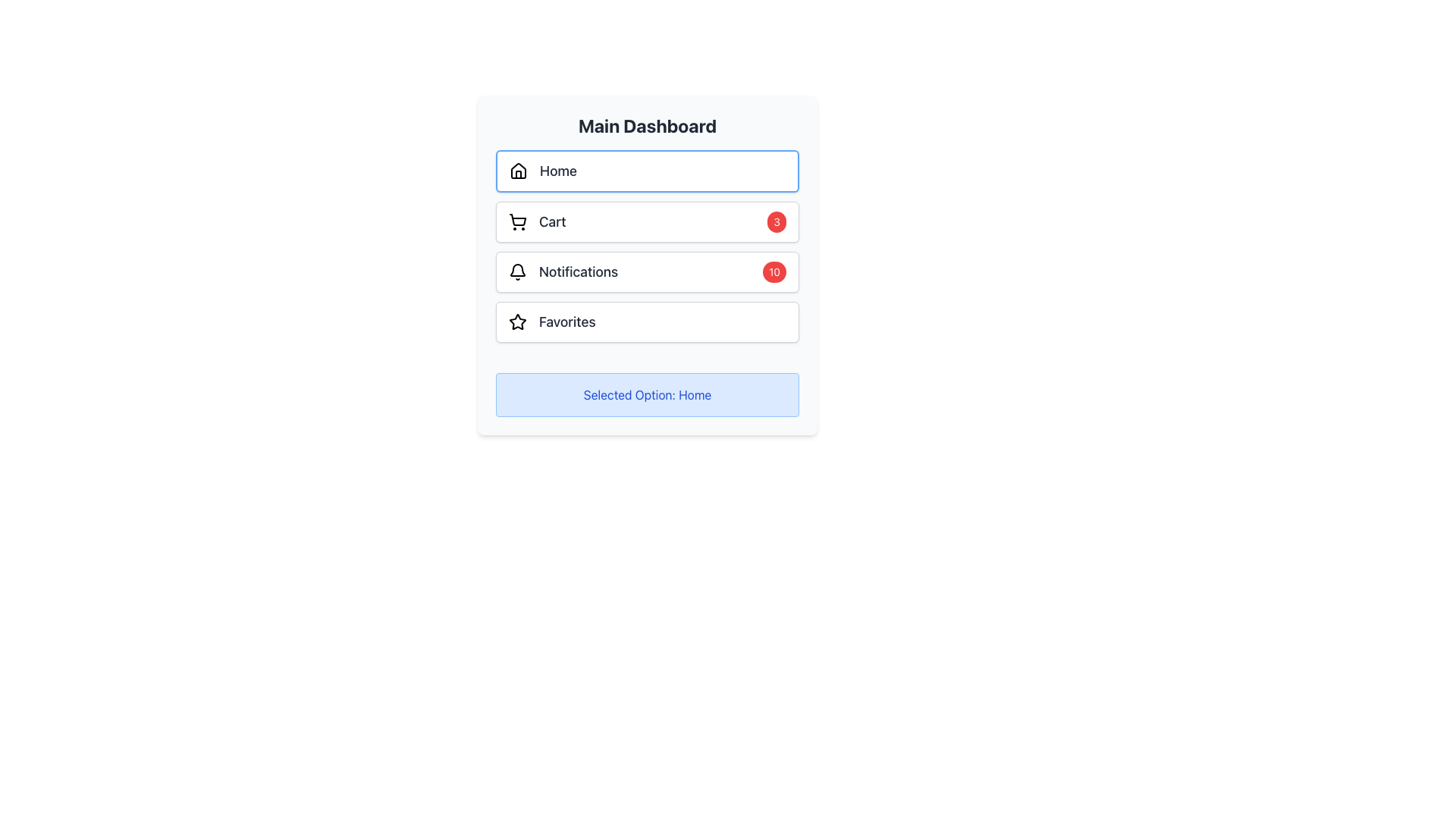 The width and height of the screenshot is (1456, 819). I want to click on the 'Cart' icon located to the left of the 'Cart' text label in the Main Dashboard, so click(517, 222).